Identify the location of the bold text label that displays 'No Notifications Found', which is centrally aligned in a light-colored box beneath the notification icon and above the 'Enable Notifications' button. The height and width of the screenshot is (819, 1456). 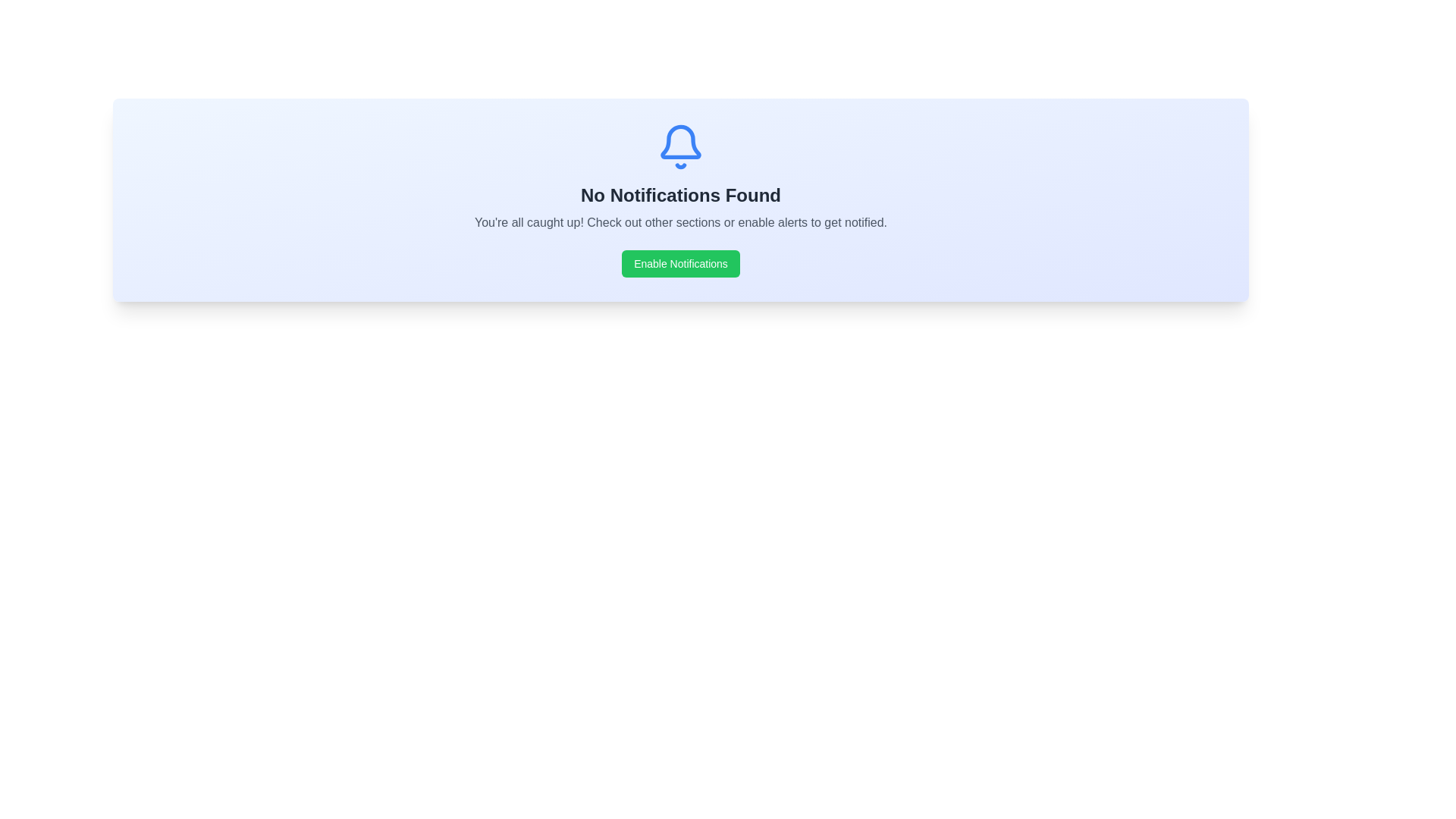
(679, 195).